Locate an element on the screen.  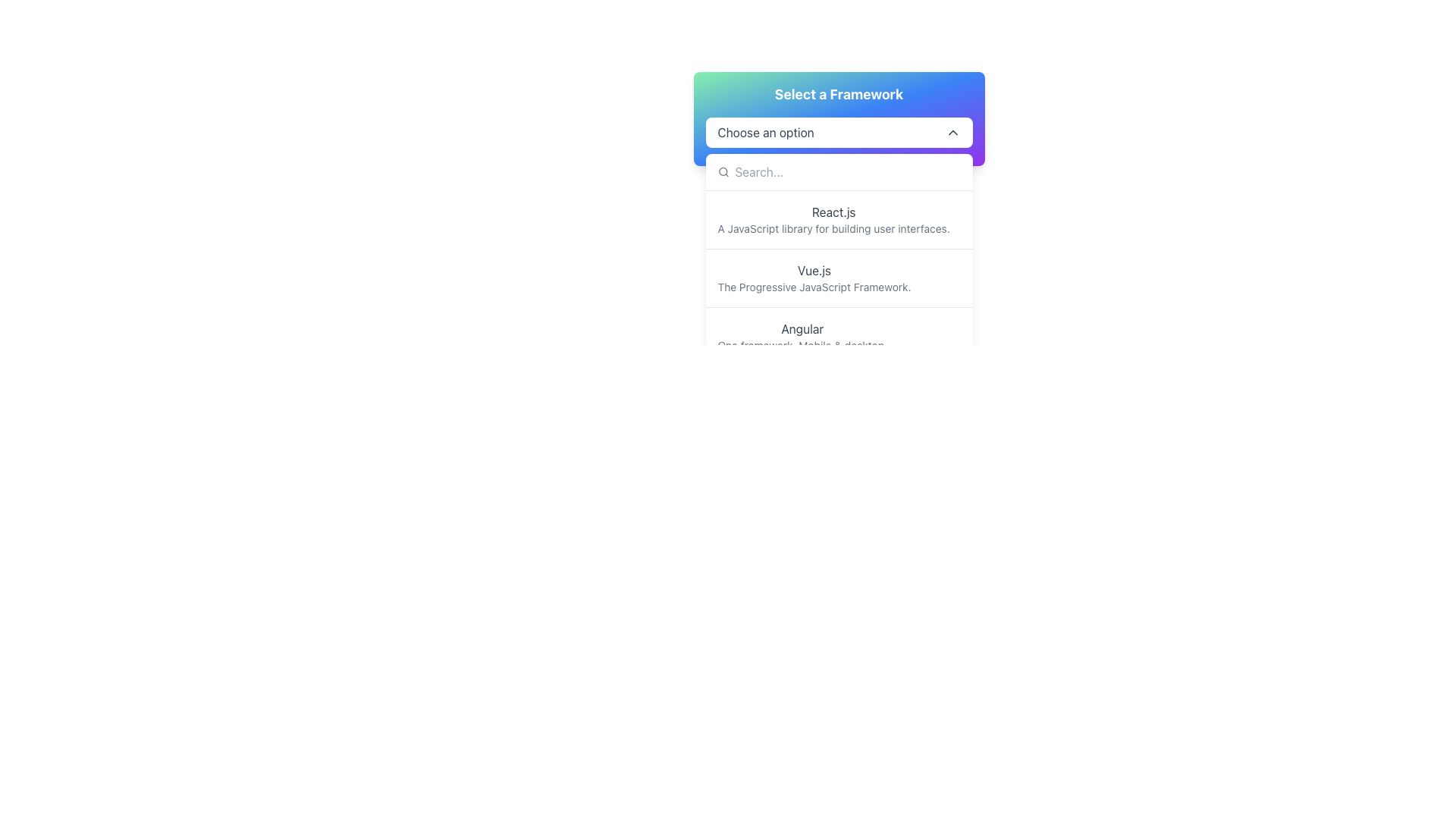
the descriptive Text label positioned below the 'Vue.js' heading, which serves to provide additional context is located at coordinates (814, 287).